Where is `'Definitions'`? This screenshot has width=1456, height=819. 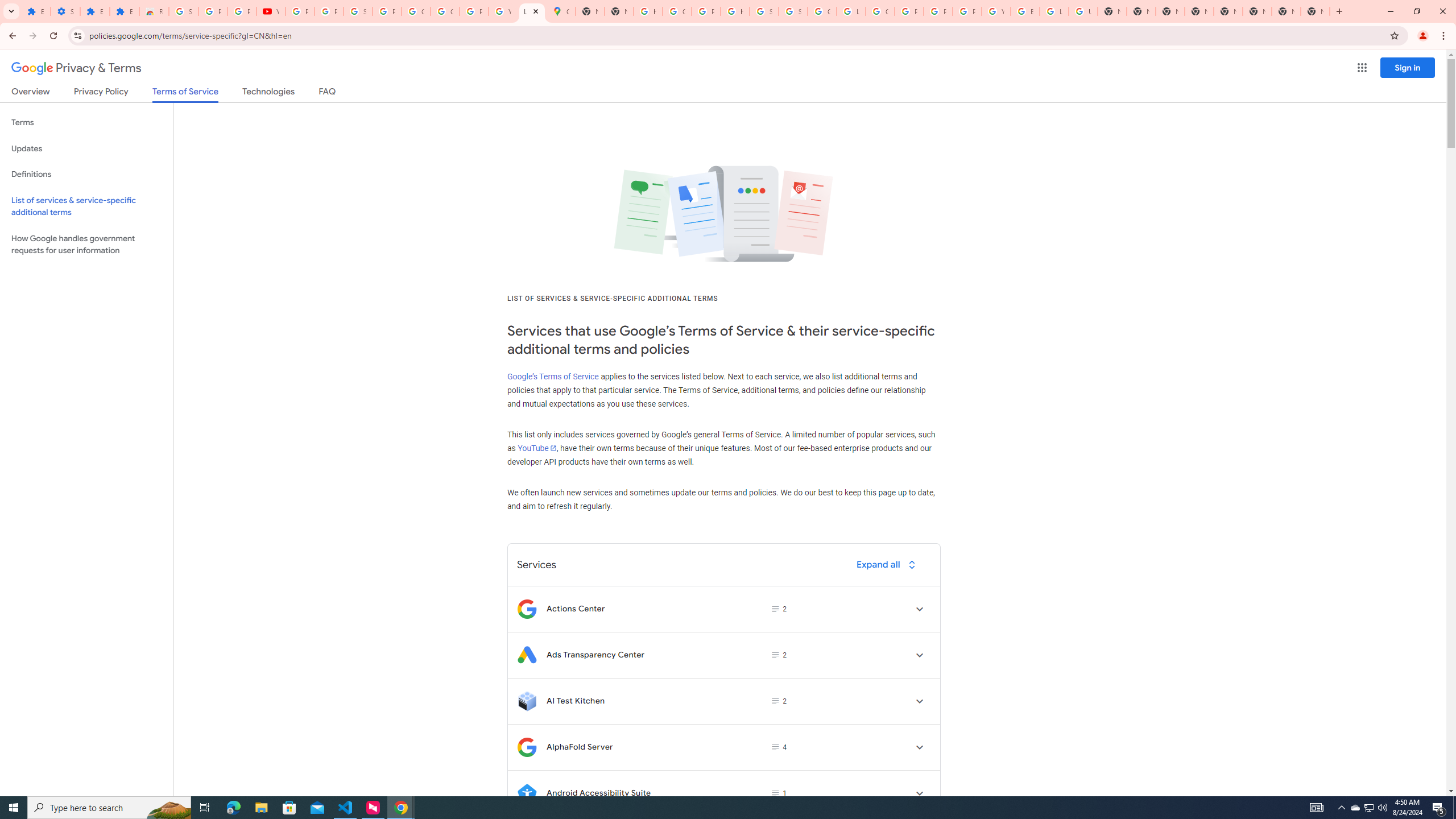 'Definitions' is located at coordinates (86, 174).